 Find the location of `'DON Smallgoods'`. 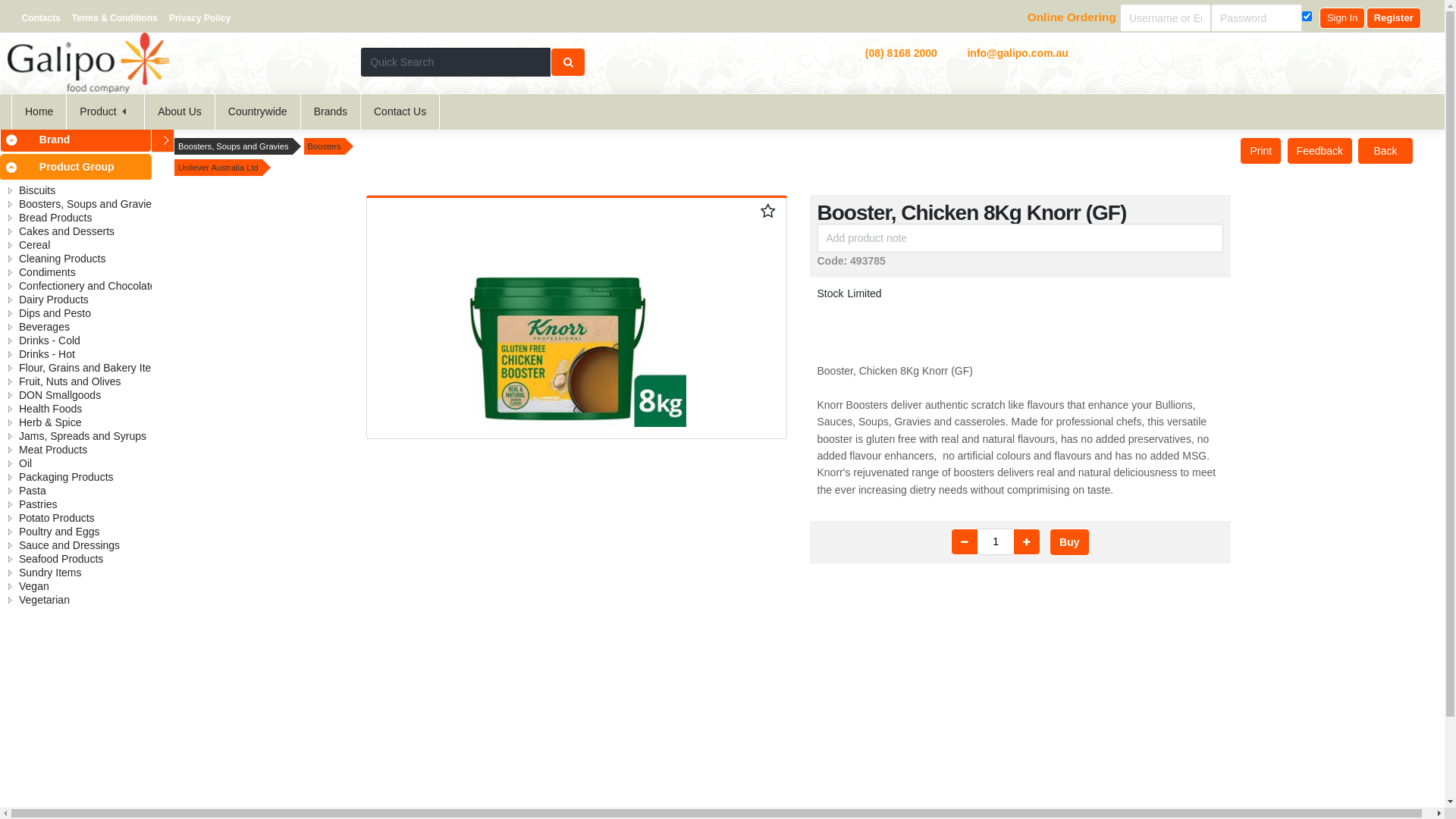

'DON Smallgoods' is located at coordinates (59, 394).